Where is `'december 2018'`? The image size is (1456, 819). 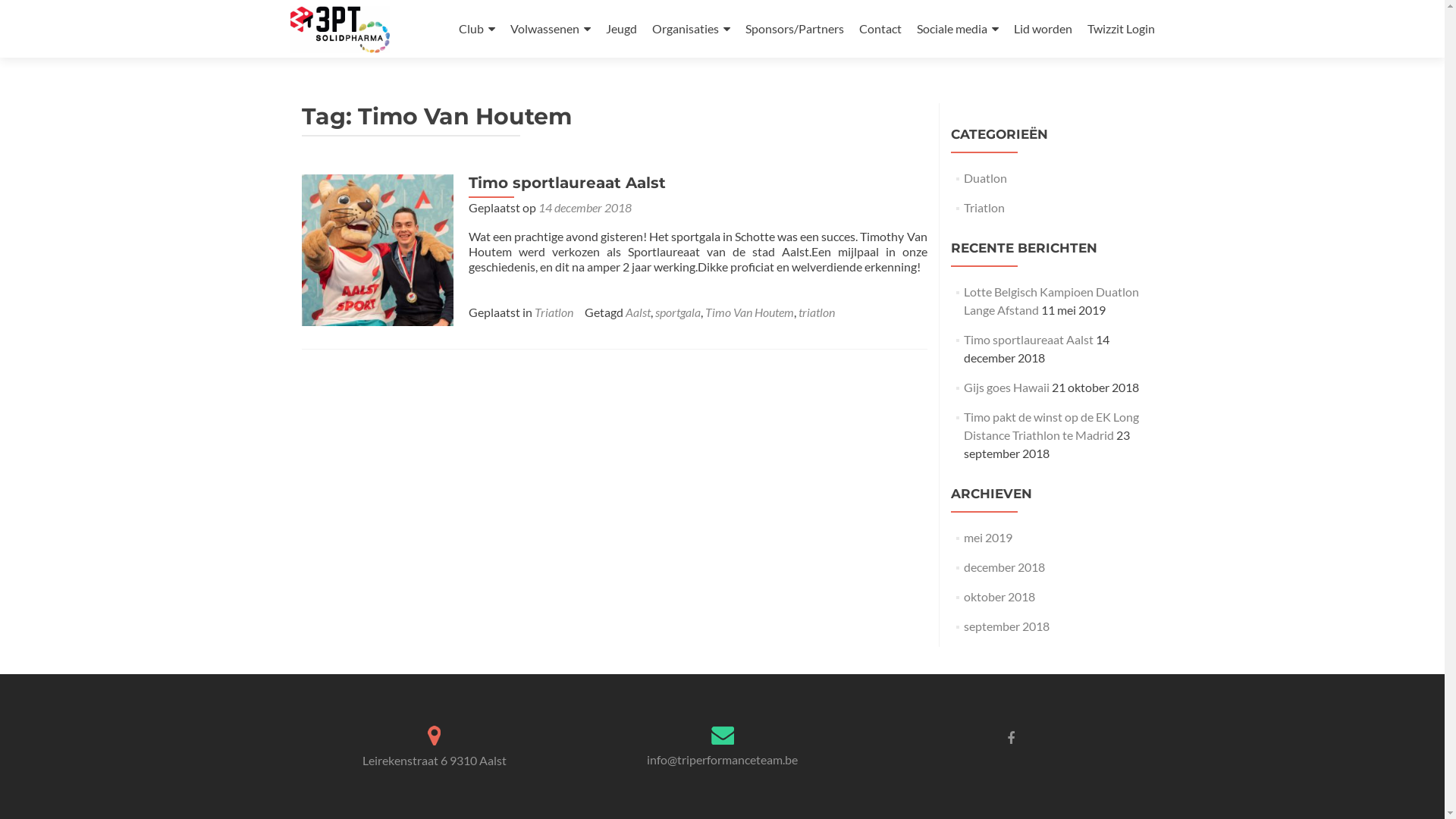
'december 2018' is located at coordinates (1004, 566).